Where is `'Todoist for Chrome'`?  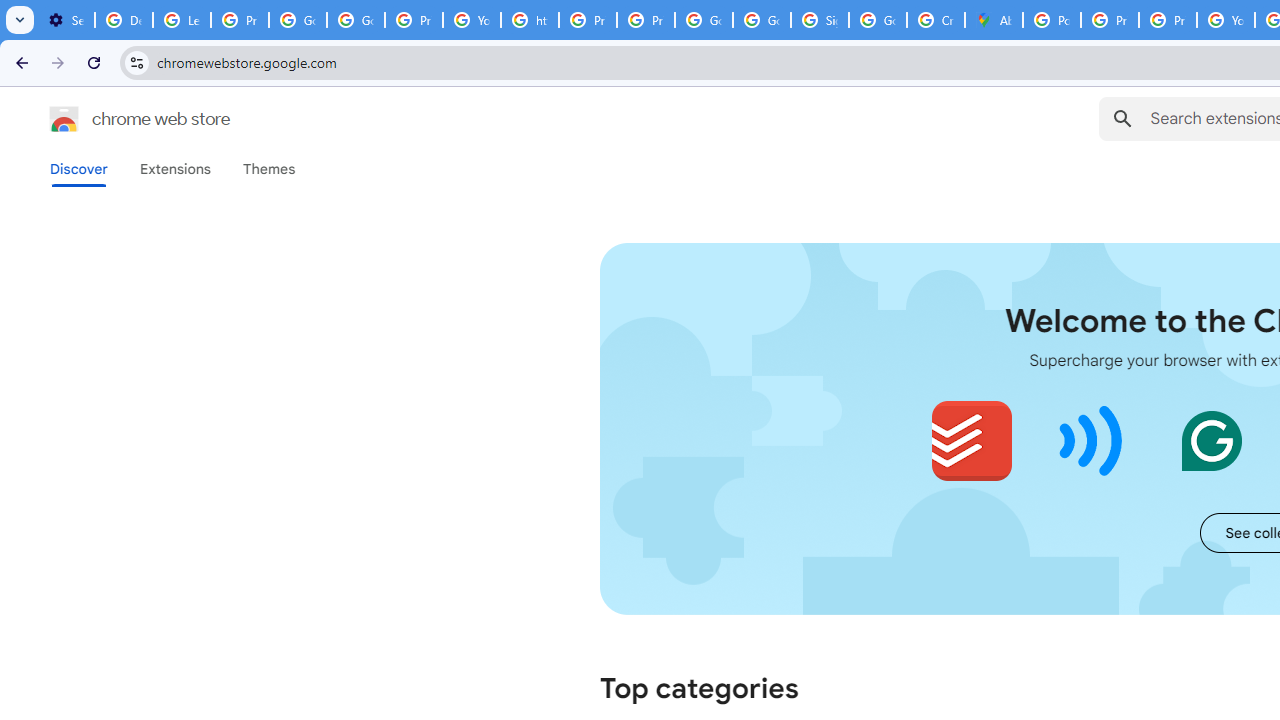
'Todoist for Chrome' is located at coordinates (971, 440).